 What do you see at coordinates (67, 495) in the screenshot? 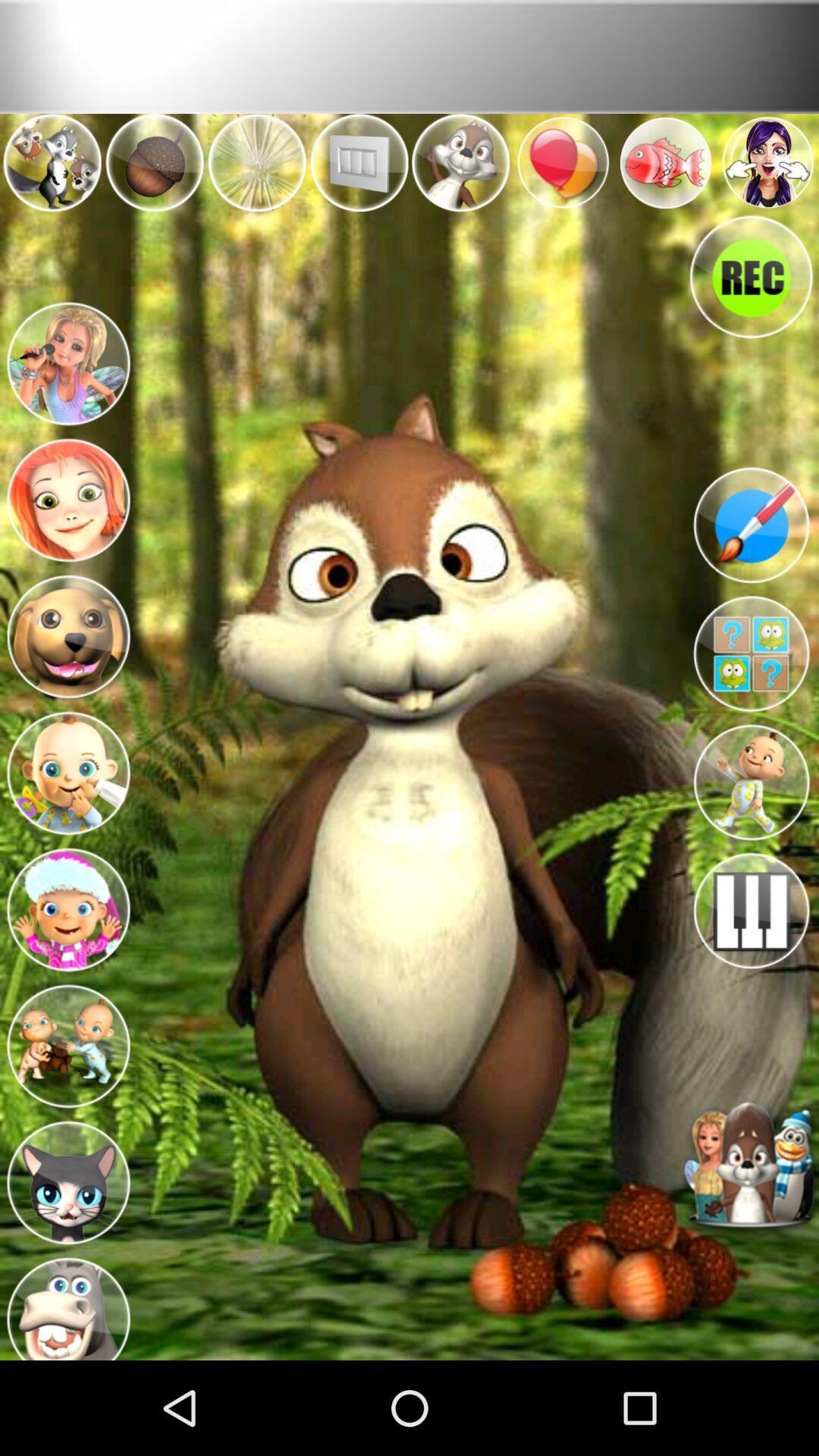
I see `character` at bounding box center [67, 495].